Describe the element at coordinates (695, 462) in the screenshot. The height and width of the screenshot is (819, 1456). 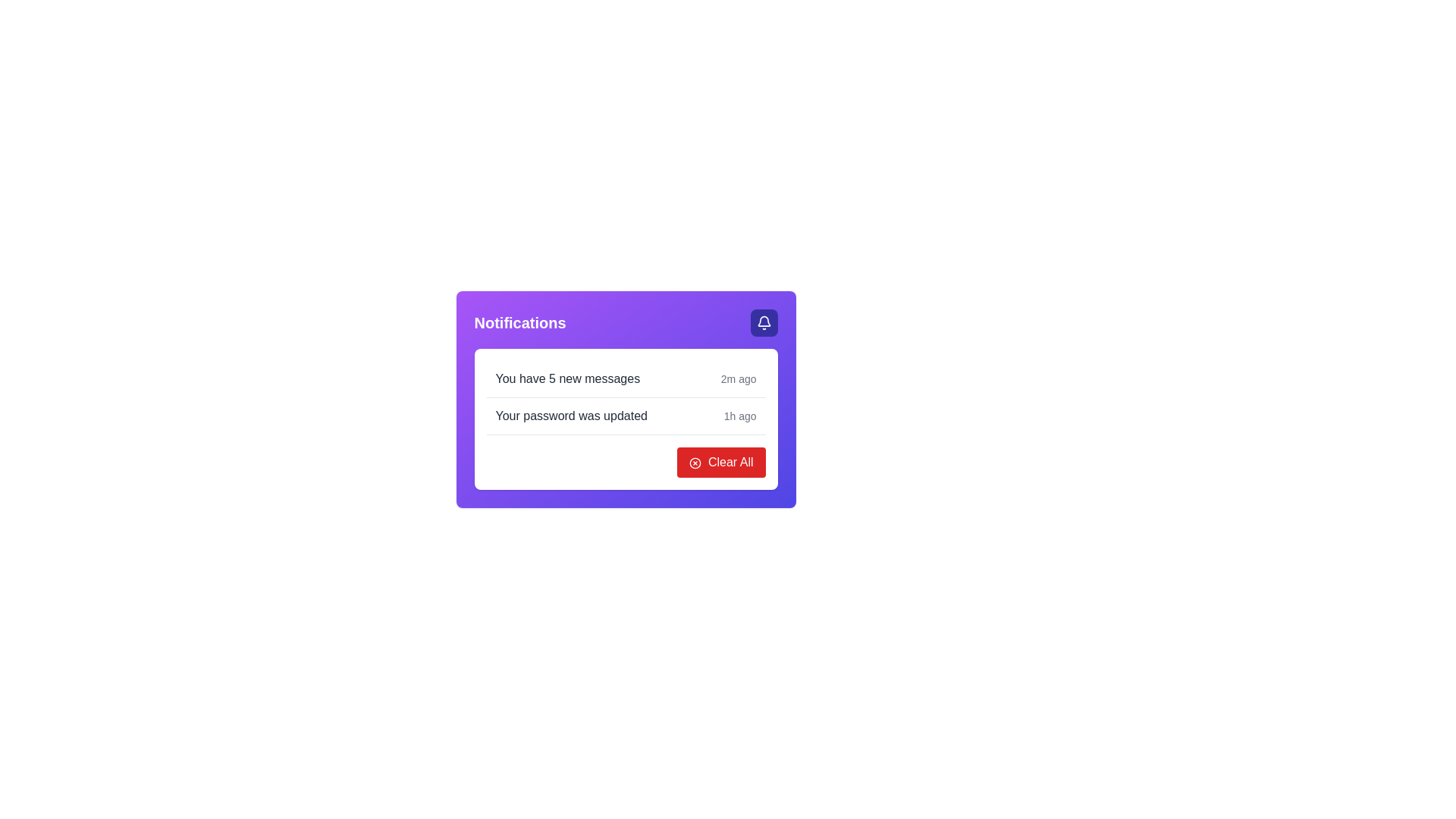
I see `the graphical icon located at the top-right corner of the notification card with a purple background` at that location.